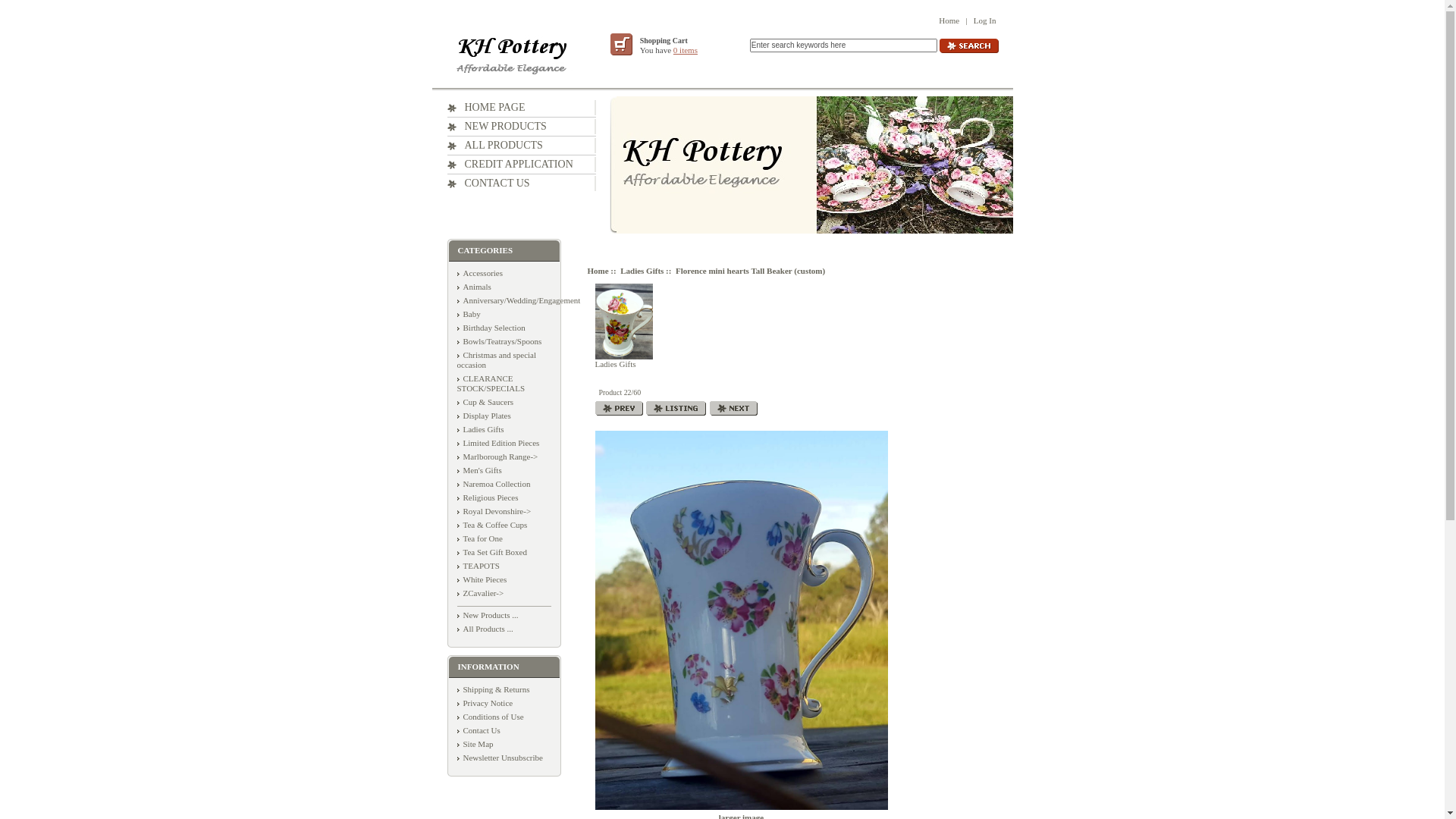 Image resolution: width=1456 pixels, height=819 pixels. Describe the element at coordinates (741, 620) in the screenshot. I see `' Florence mini hearts Tall Beaker (custom) '` at that location.